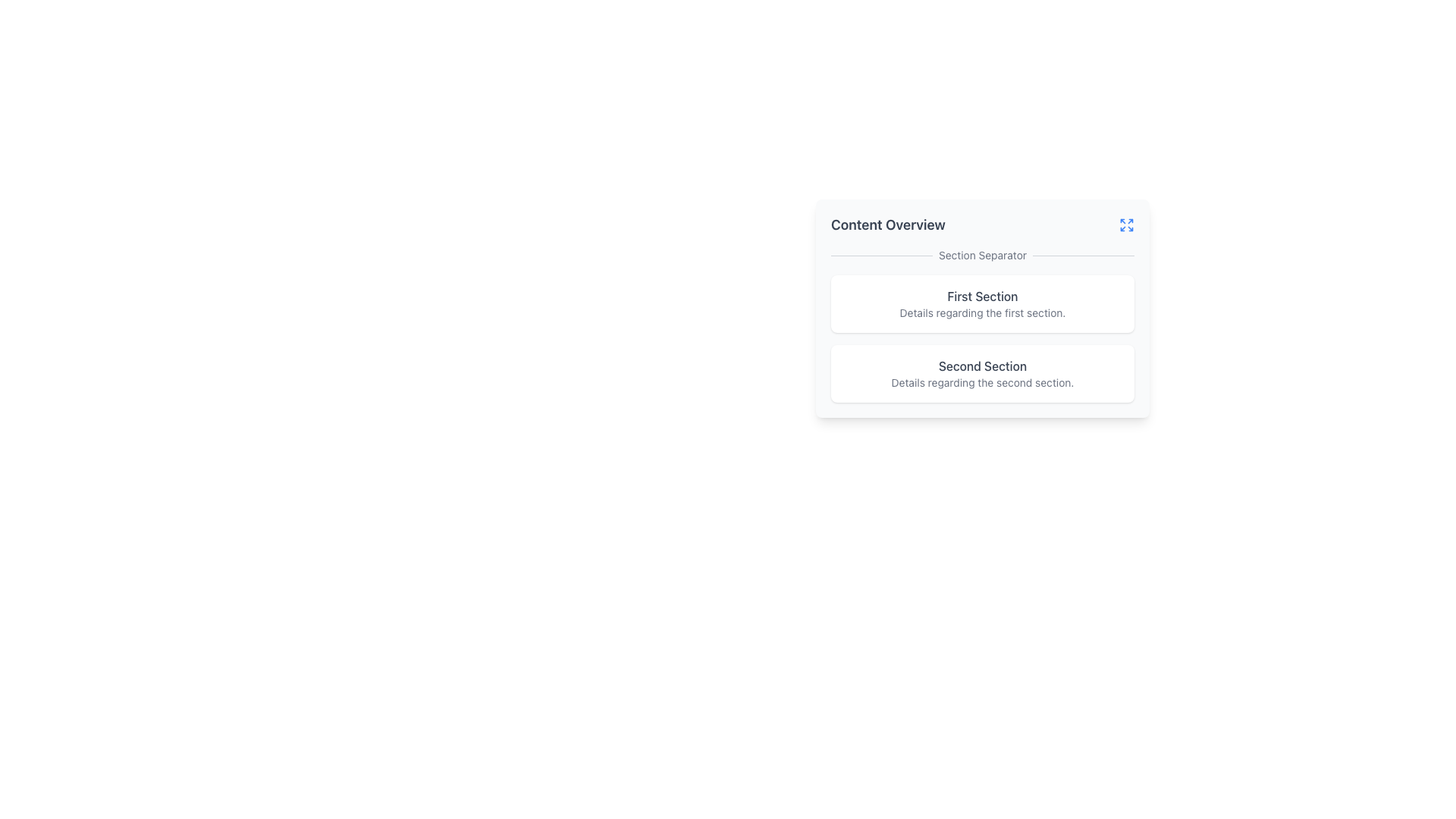 The width and height of the screenshot is (1456, 819). Describe the element at coordinates (983, 366) in the screenshot. I see `the static text label 'Second Section' which serves as the header for the second section in the 'Content Overview' panel` at that location.